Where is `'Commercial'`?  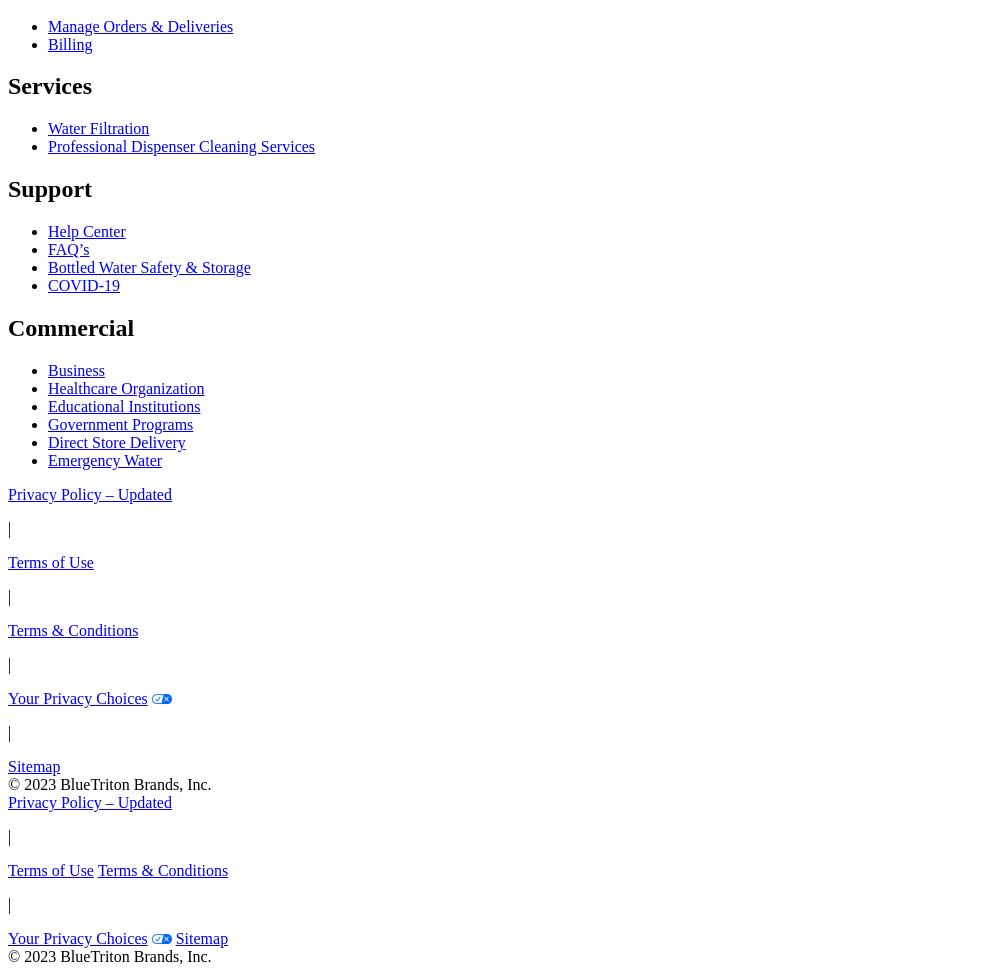
'Commercial' is located at coordinates (70, 328).